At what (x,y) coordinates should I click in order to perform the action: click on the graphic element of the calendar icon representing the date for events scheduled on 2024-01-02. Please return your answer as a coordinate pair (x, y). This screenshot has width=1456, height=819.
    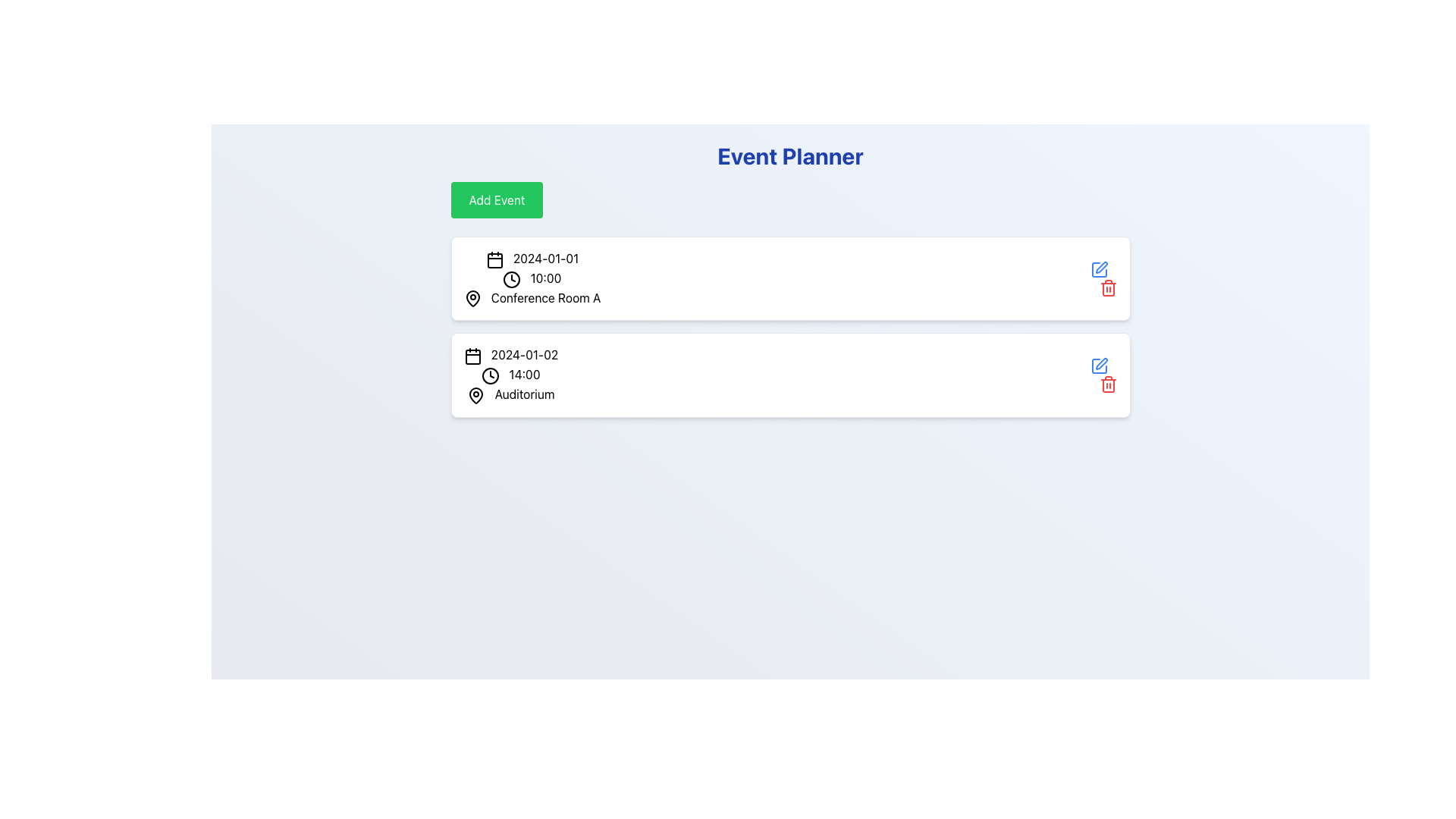
    Looking at the image, I should click on (472, 357).